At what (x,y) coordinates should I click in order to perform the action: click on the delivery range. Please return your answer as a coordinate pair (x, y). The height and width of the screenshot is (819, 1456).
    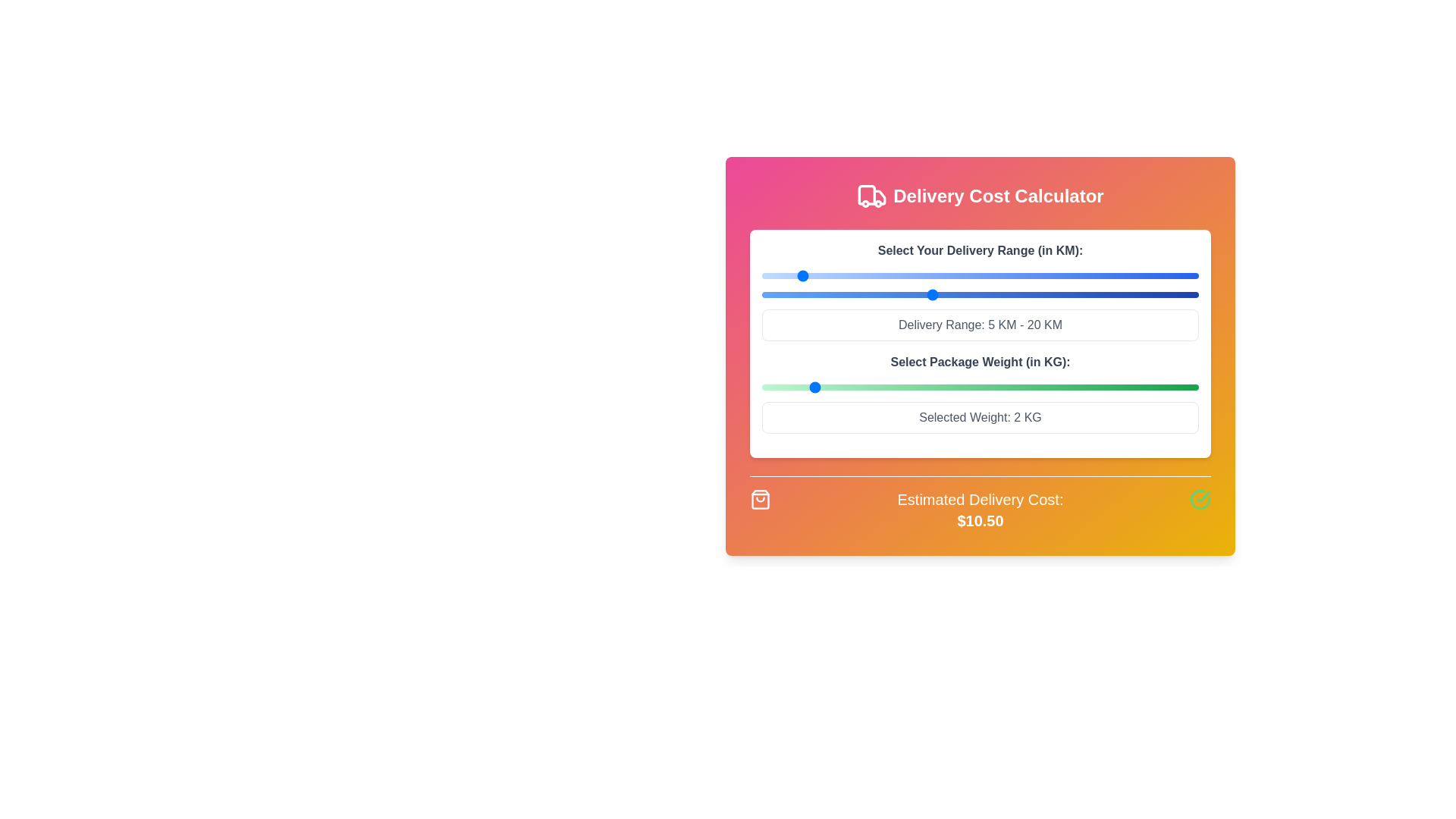
    Looking at the image, I should click on (1100, 275).